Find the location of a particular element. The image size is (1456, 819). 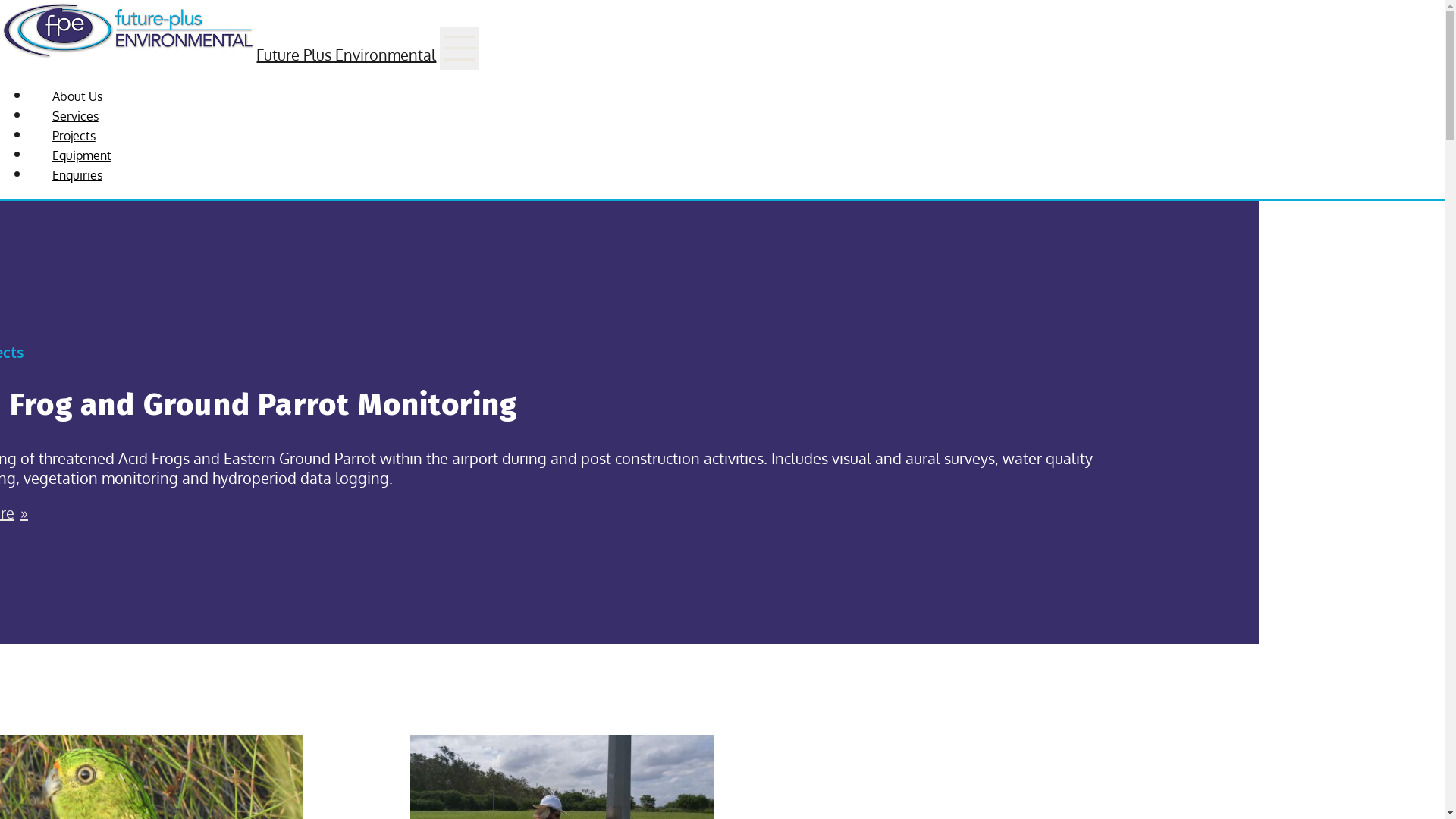

'Equipment' is located at coordinates (80, 155).